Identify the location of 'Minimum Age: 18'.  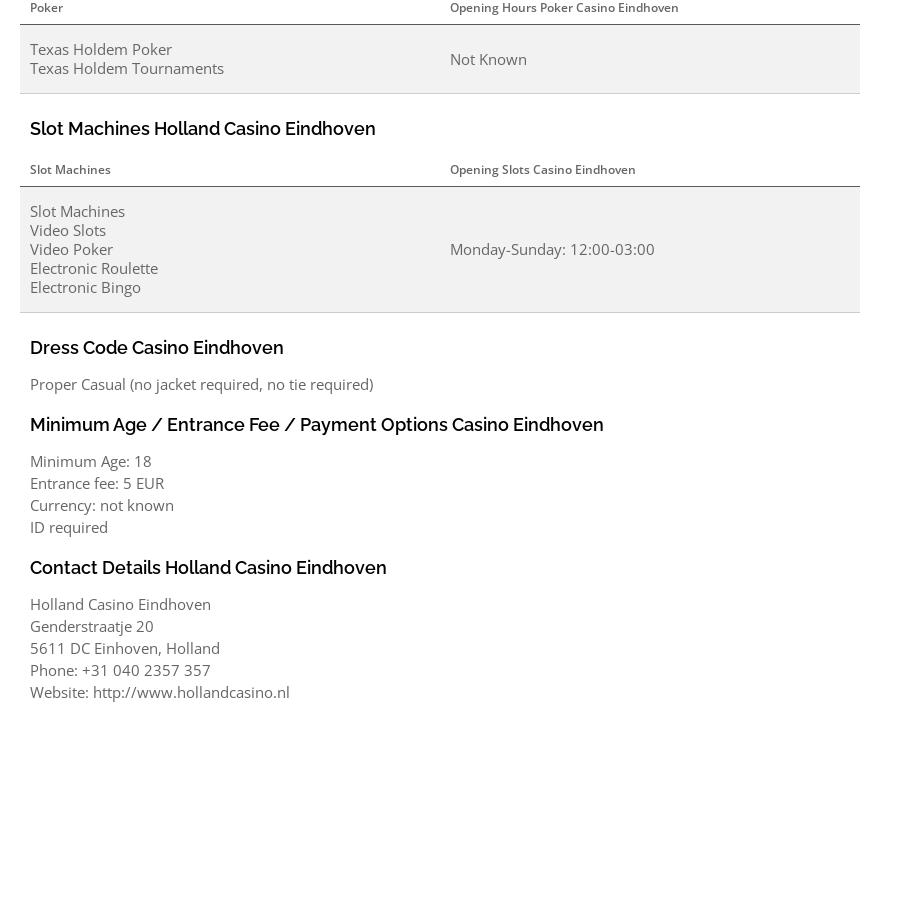
(89, 461).